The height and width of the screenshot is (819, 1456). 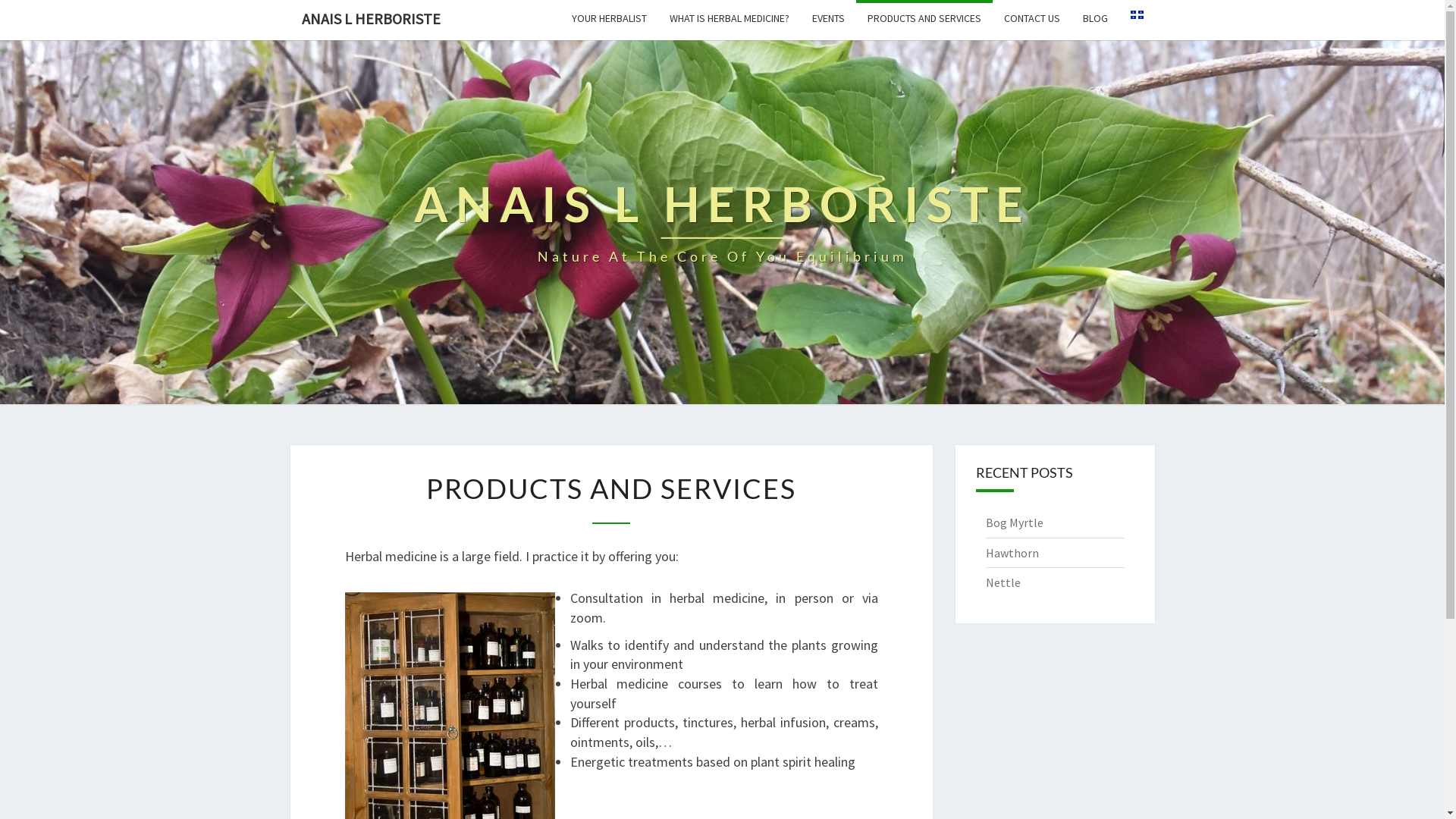 I want to click on 'EVENTS', so click(x=800, y=17).